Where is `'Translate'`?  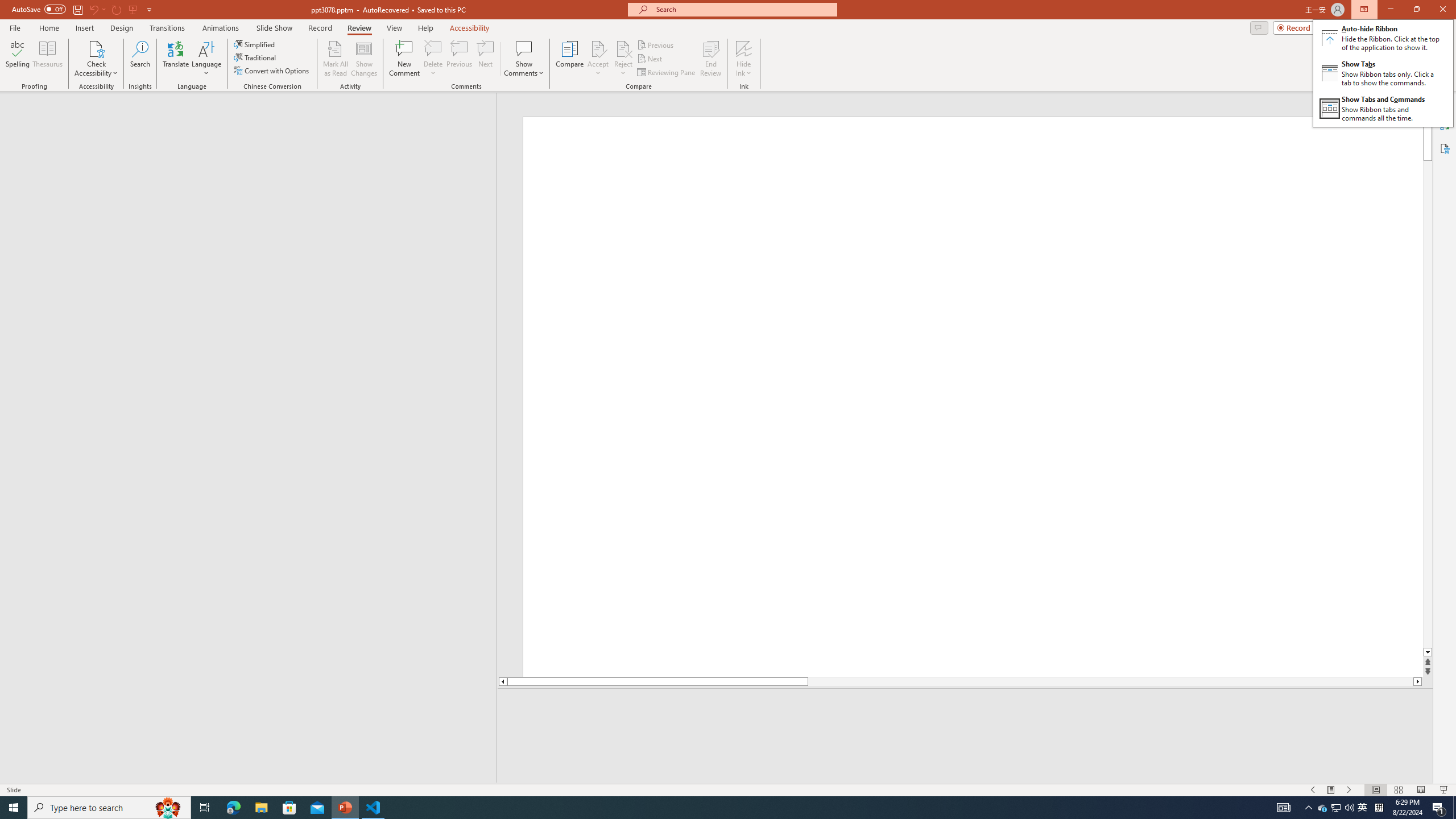
'Translate' is located at coordinates (176, 59).